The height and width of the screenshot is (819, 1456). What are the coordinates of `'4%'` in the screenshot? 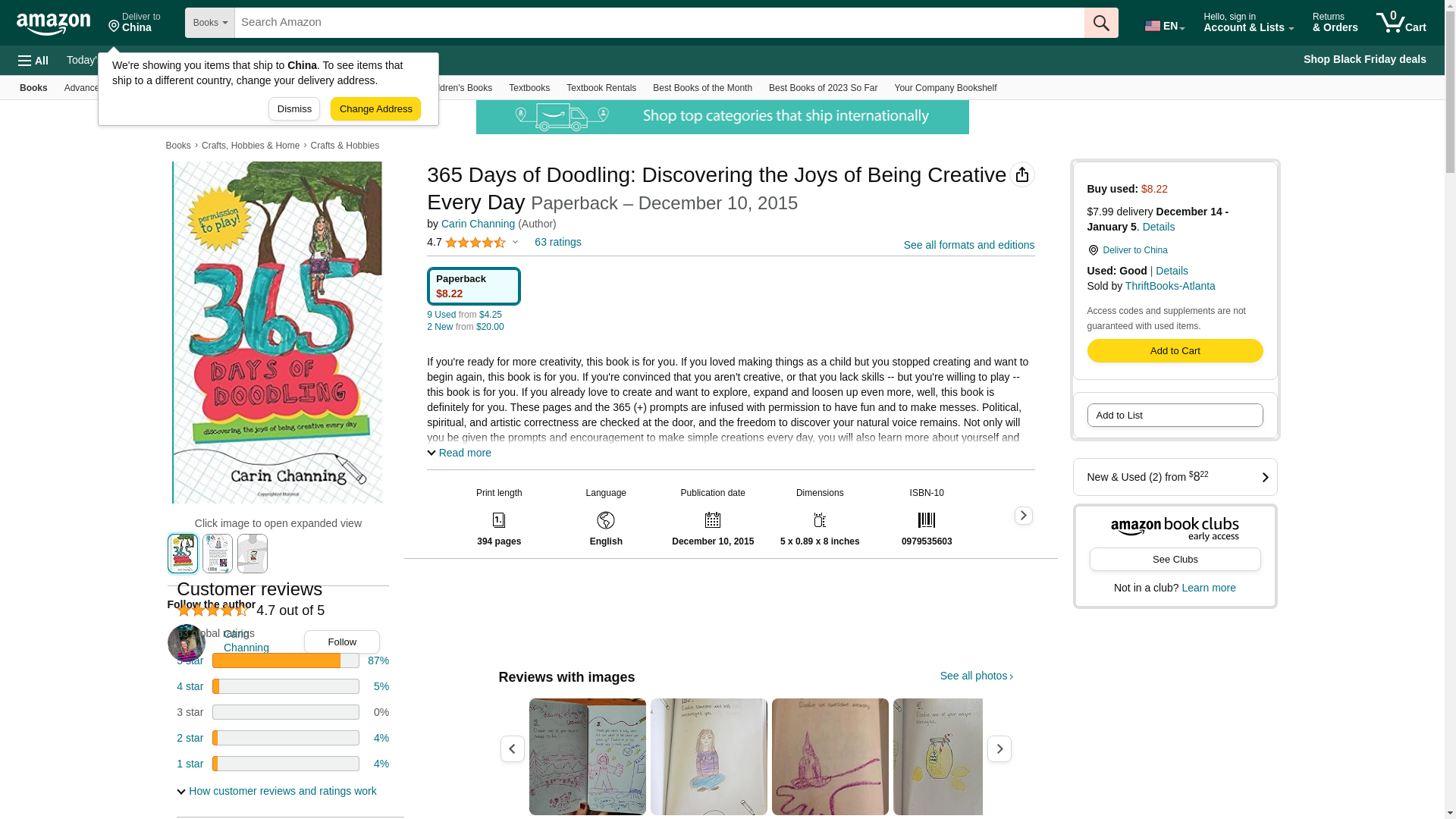 It's located at (381, 736).